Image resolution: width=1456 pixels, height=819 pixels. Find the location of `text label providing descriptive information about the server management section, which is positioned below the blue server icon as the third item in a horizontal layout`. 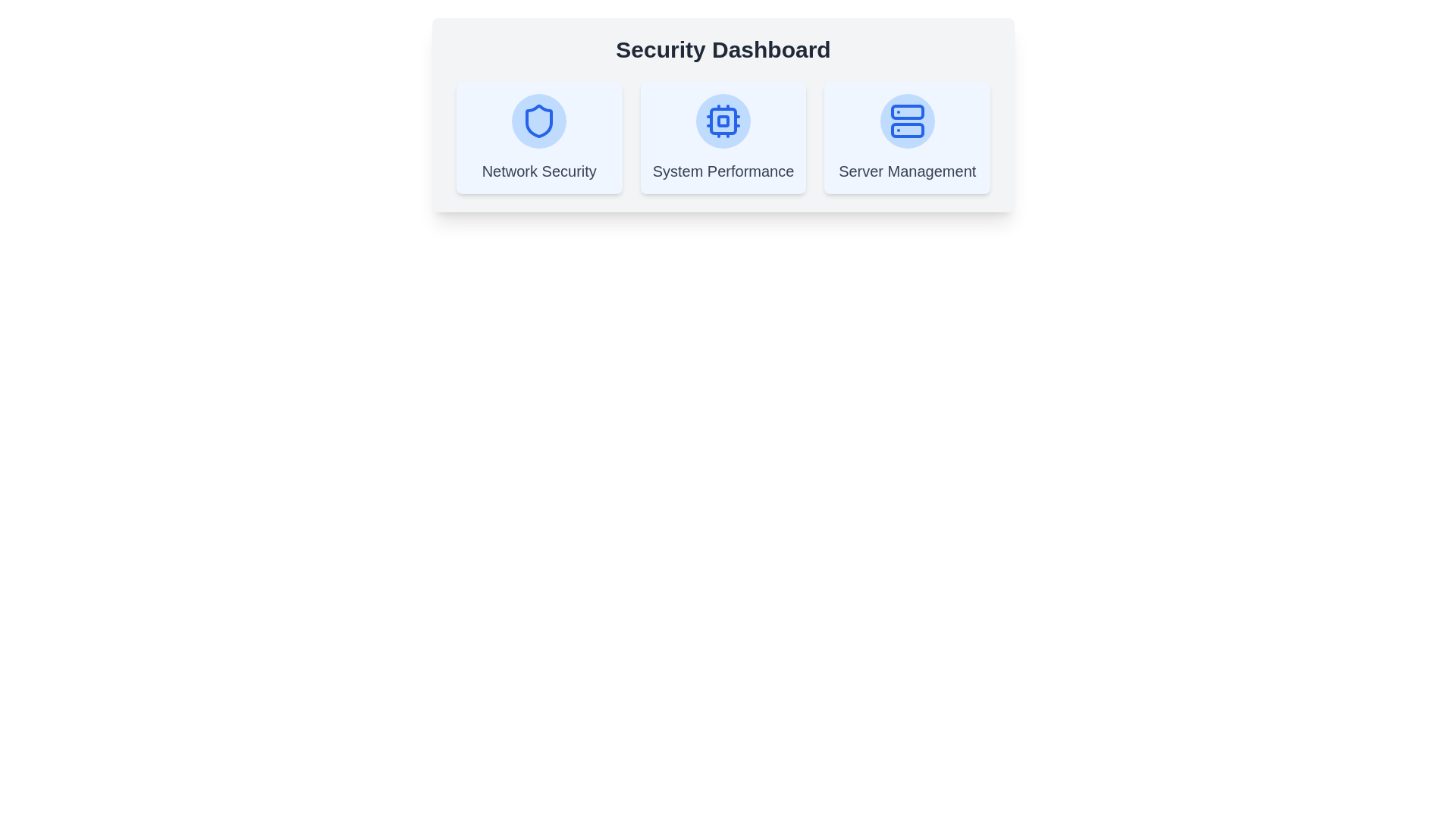

text label providing descriptive information about the server management section, which is positioned below the blue server icon as the third item in a horizontal layout is located at coordinates (907, 171).